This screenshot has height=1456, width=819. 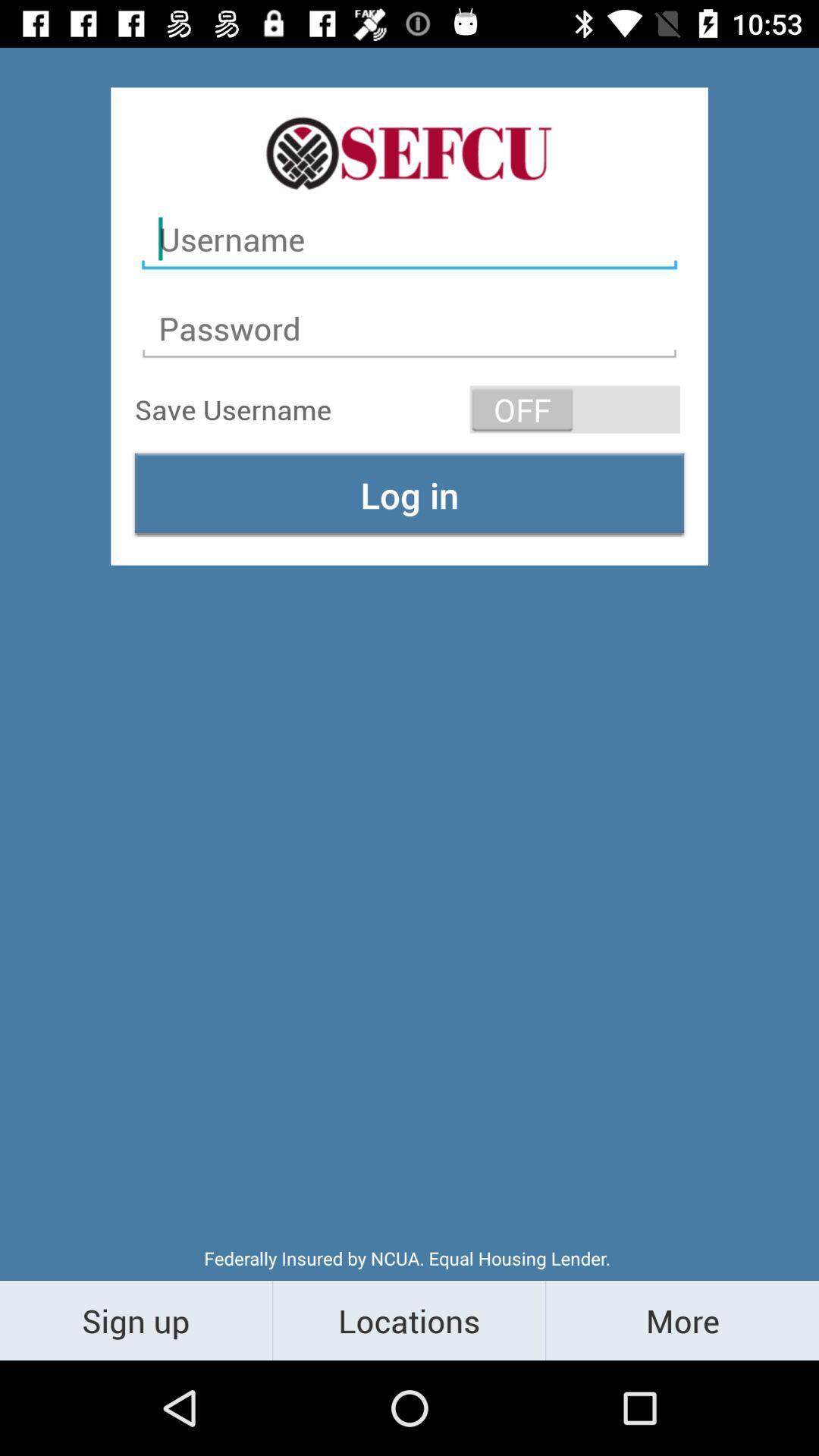 What do you see at coordinates (681, 1319) in the screenshot?
I see `more icon` at bounding box center [681, 1319].